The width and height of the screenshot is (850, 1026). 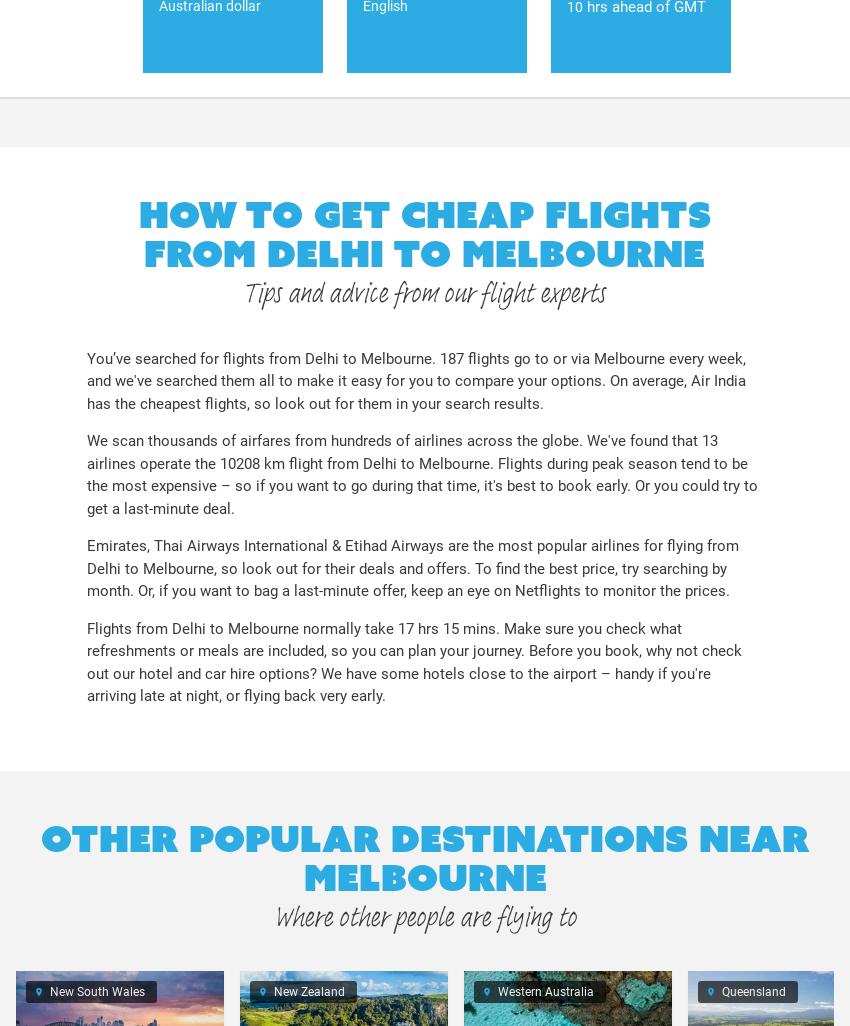 What do you see at coordinates (85, 661) in the screenshot?
I see `'Flights from Delhi to Melbourne normally take 17 hrs 15 mins. Make sure you check what refreshments or meals are included, so you can plan your journey. Before you book, why not check out our hotel and car hire options? We have some hotels close to the airport – handy if you're arriving late at night, or flying back very early.'` at bounding box center [85, 661].